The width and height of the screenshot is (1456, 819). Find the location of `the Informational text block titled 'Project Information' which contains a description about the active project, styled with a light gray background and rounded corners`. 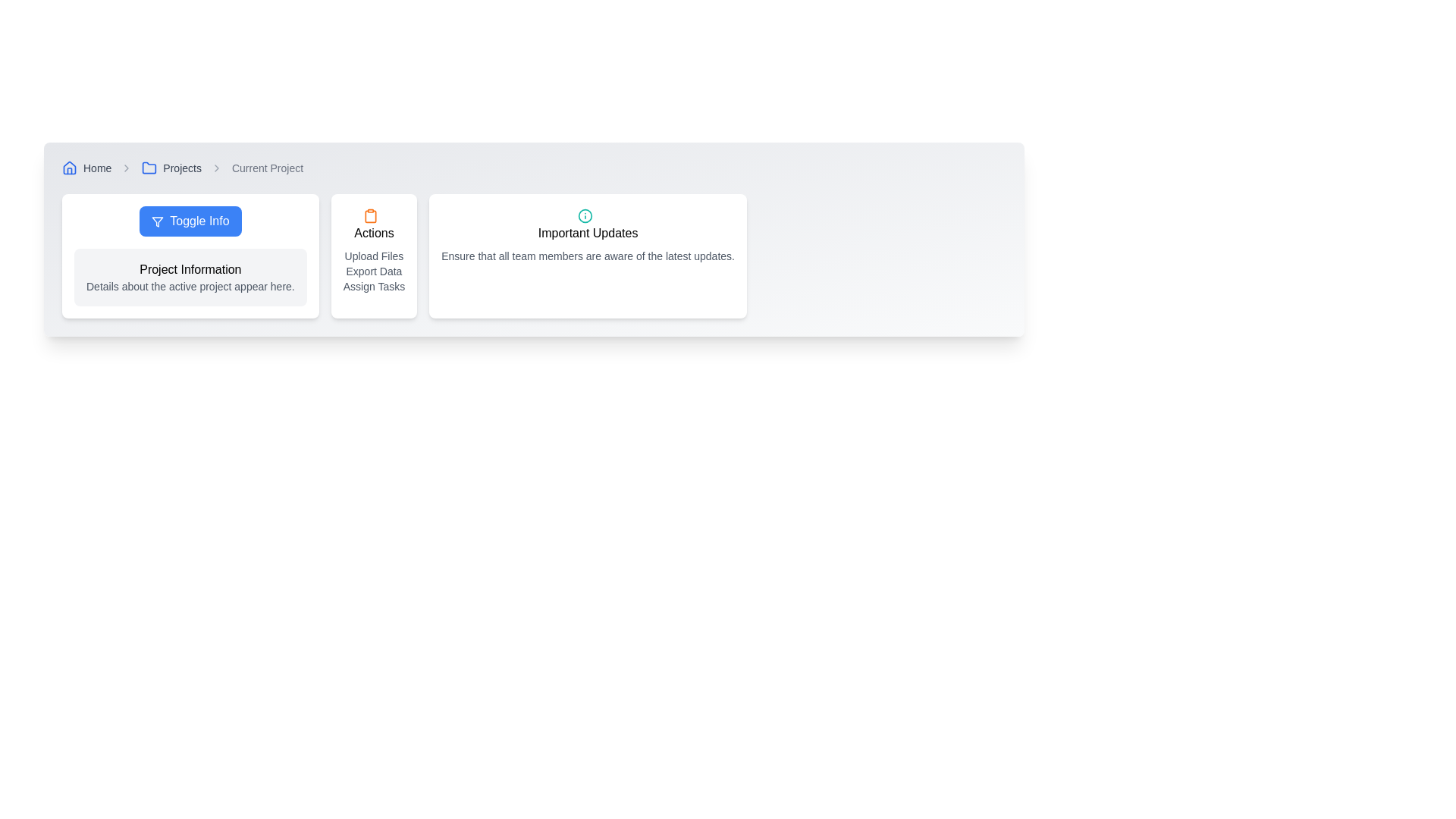

the Informational text block titled 'Project Information' which contains a description about the active project, styled with a light gray background and rounded corners is located at coordinates (190, 278).